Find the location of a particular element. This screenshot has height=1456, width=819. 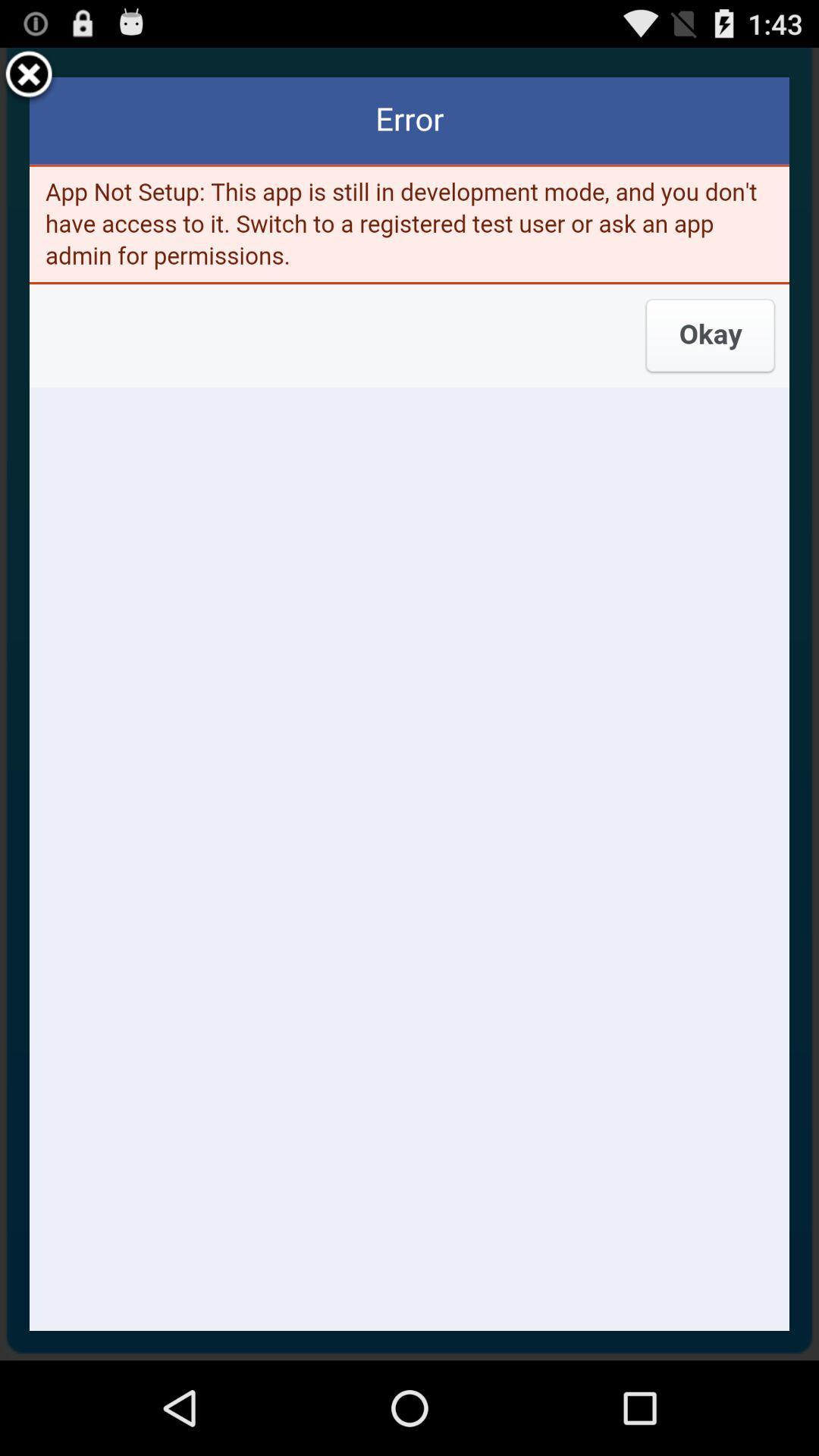

the close icon is located at coordinates (29, 81).